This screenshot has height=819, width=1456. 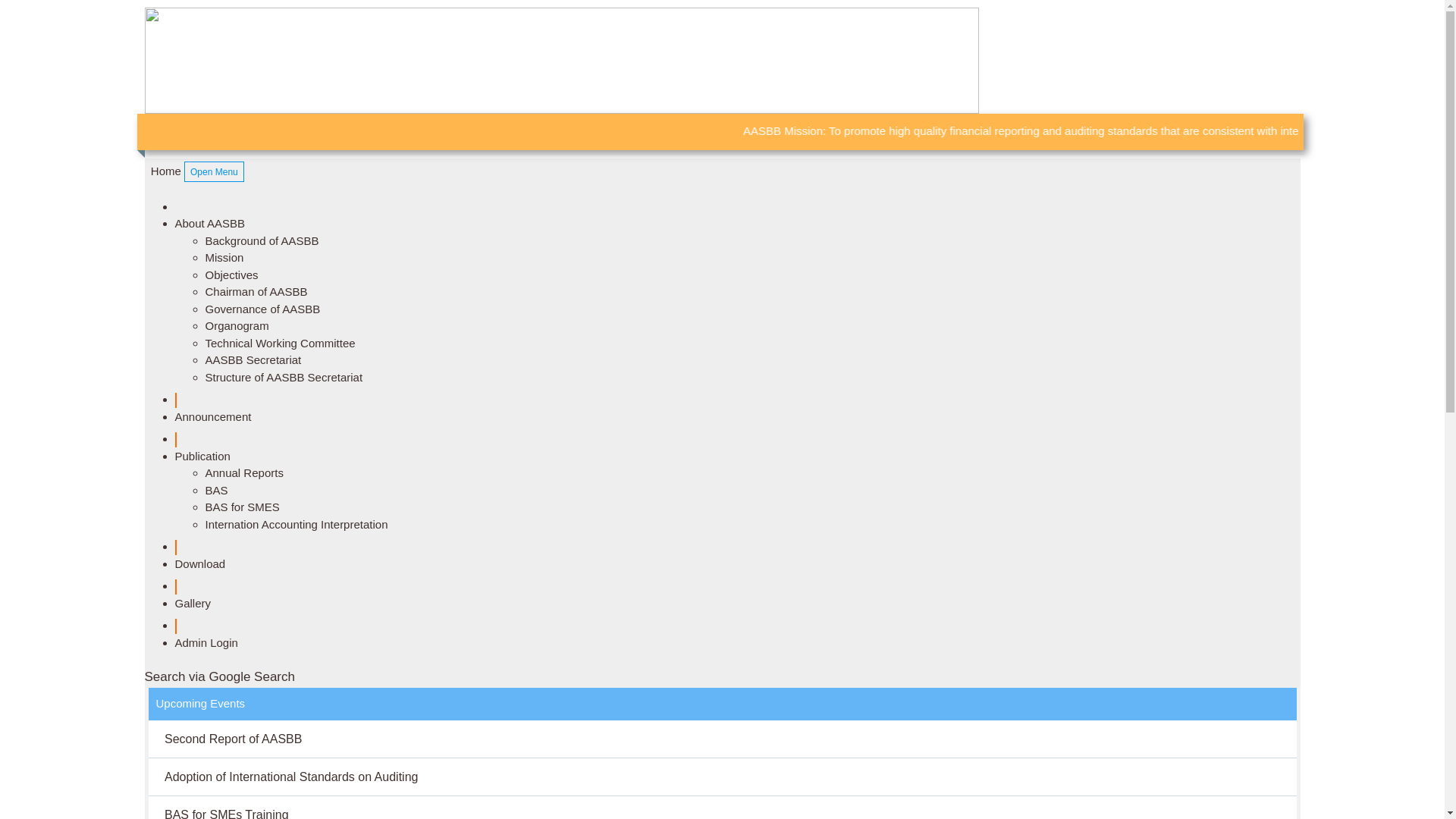 I want to click on 'Publication', so click(x=201, y=454).